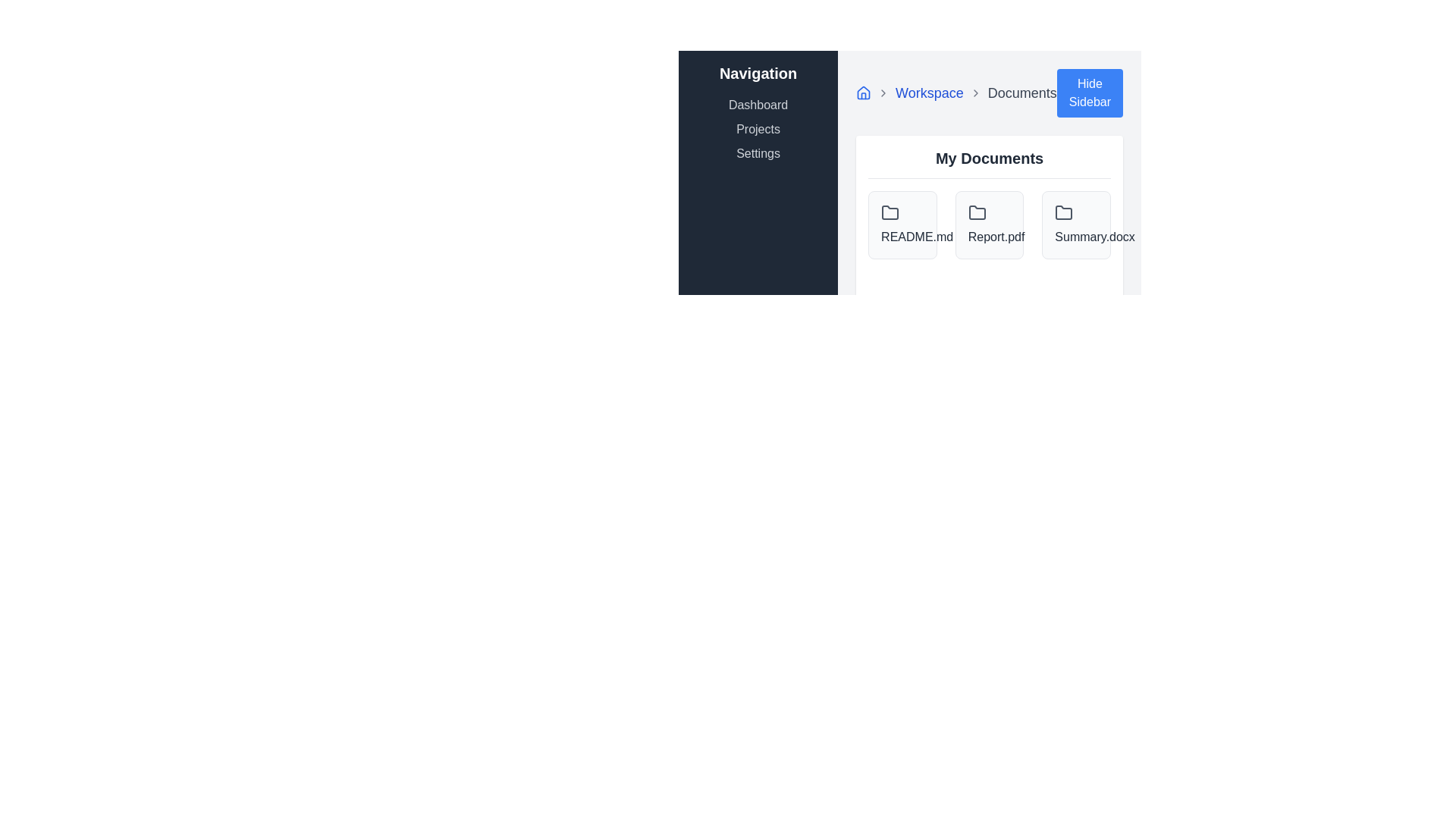  I want to click on the Text label displaying the document name 'README.md', located at the bottom center of the first card in the 'My Documents' section, below the folder icon, so click(902, 237).